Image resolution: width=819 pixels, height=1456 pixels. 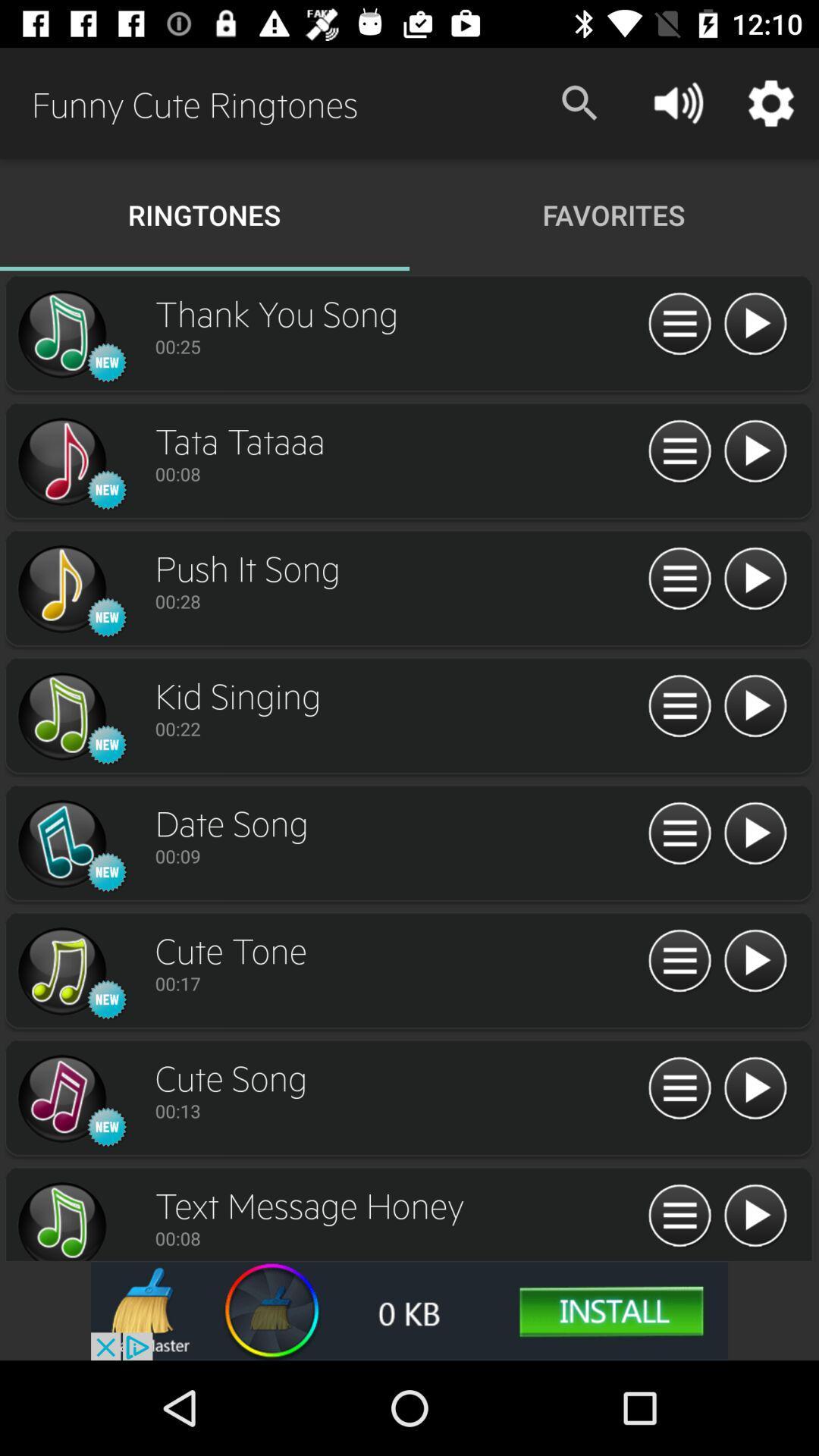 What do you see at coordinates (755, 1088) in the screenshot?
I see `ringtone` at bounding box center [755, 1088].